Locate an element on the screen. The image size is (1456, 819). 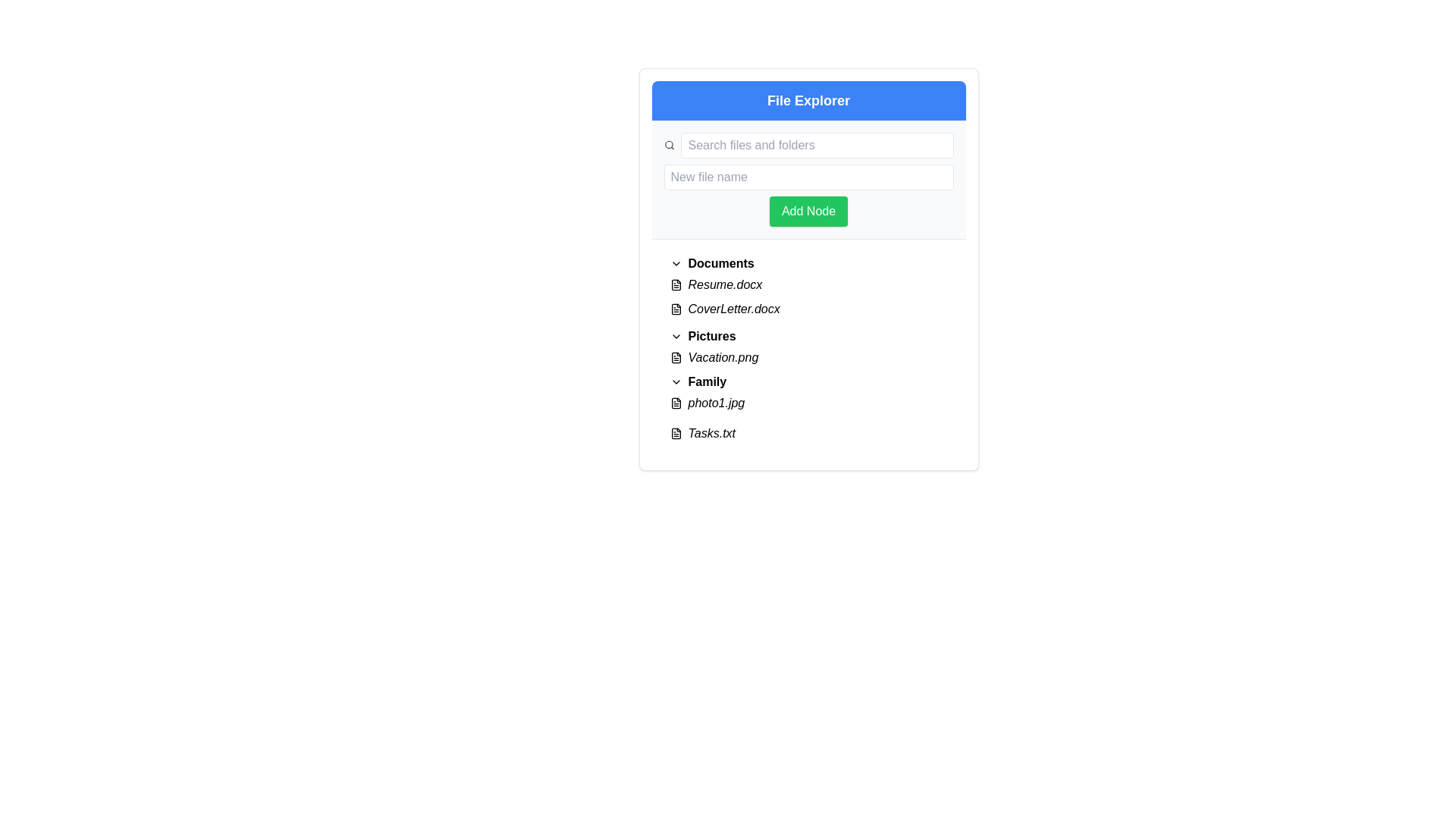
the 'Tasks.txt' file in the file explorer is located at coordinates (808, 433).